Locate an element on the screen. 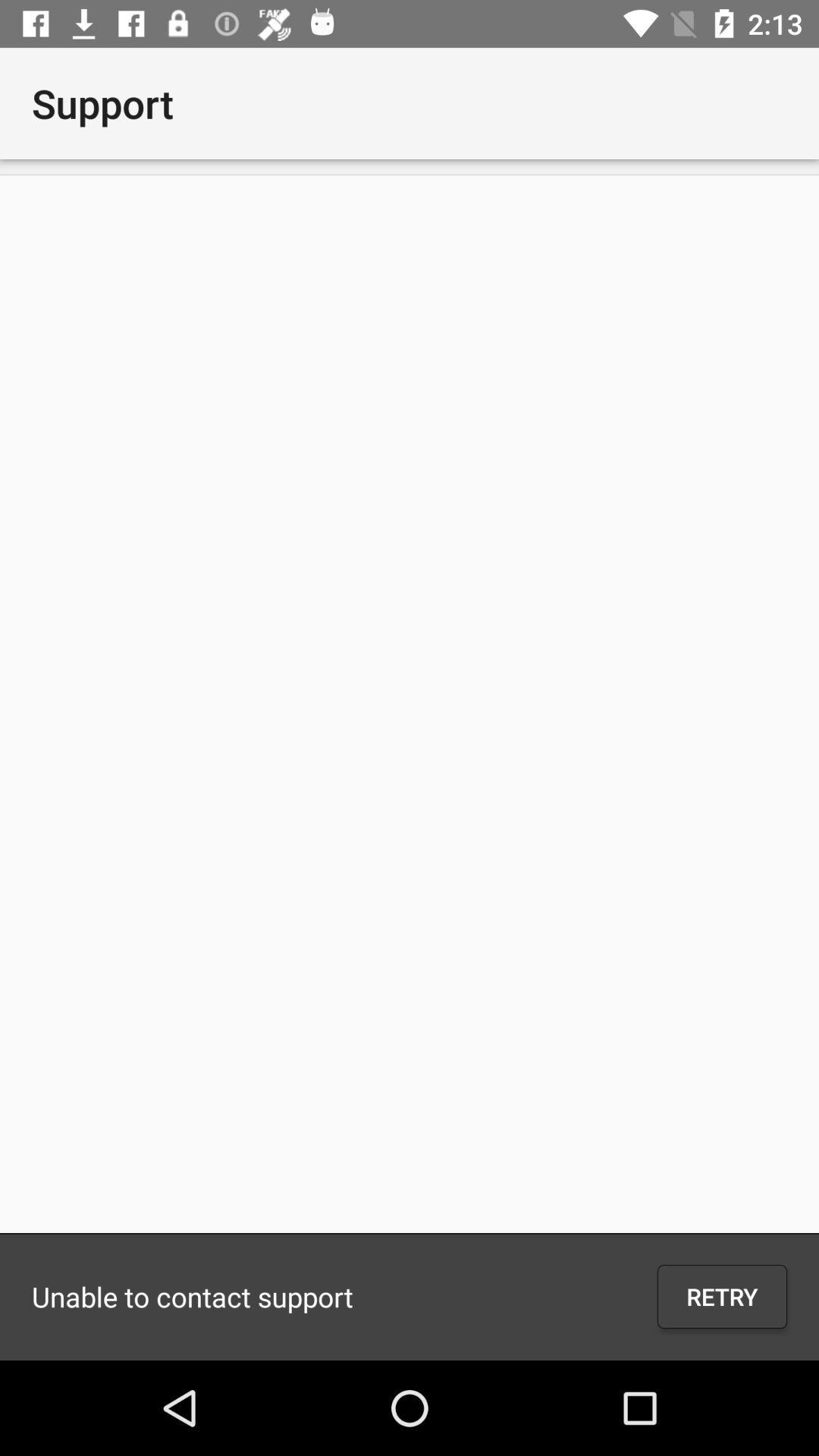  the retry is located at coordinates (721, 1295).